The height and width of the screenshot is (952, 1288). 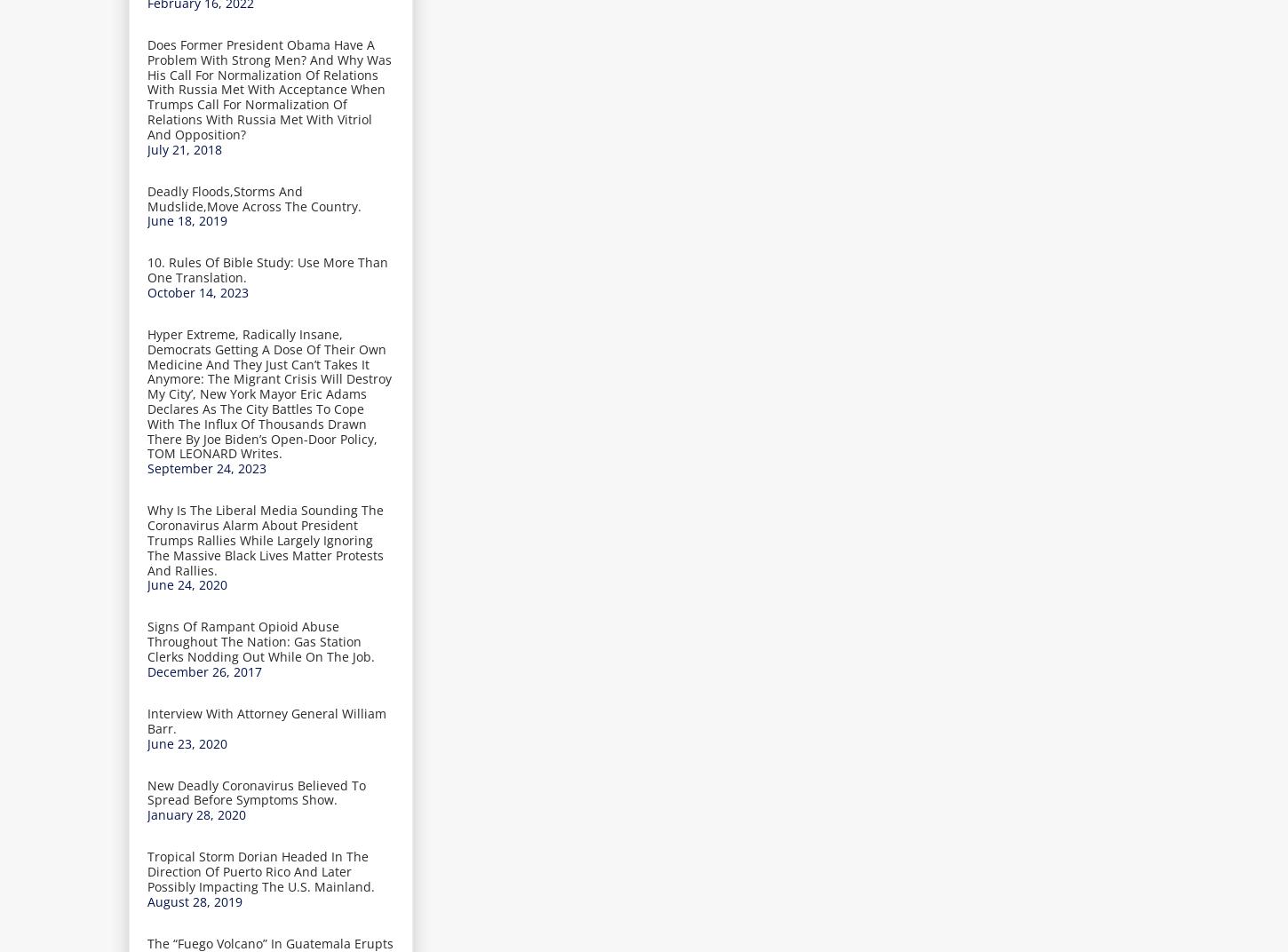 What do you see at coordinates (147, 147) in the screenshot?
I see `'July 21, 2018'` at bounding box center [147, 147].